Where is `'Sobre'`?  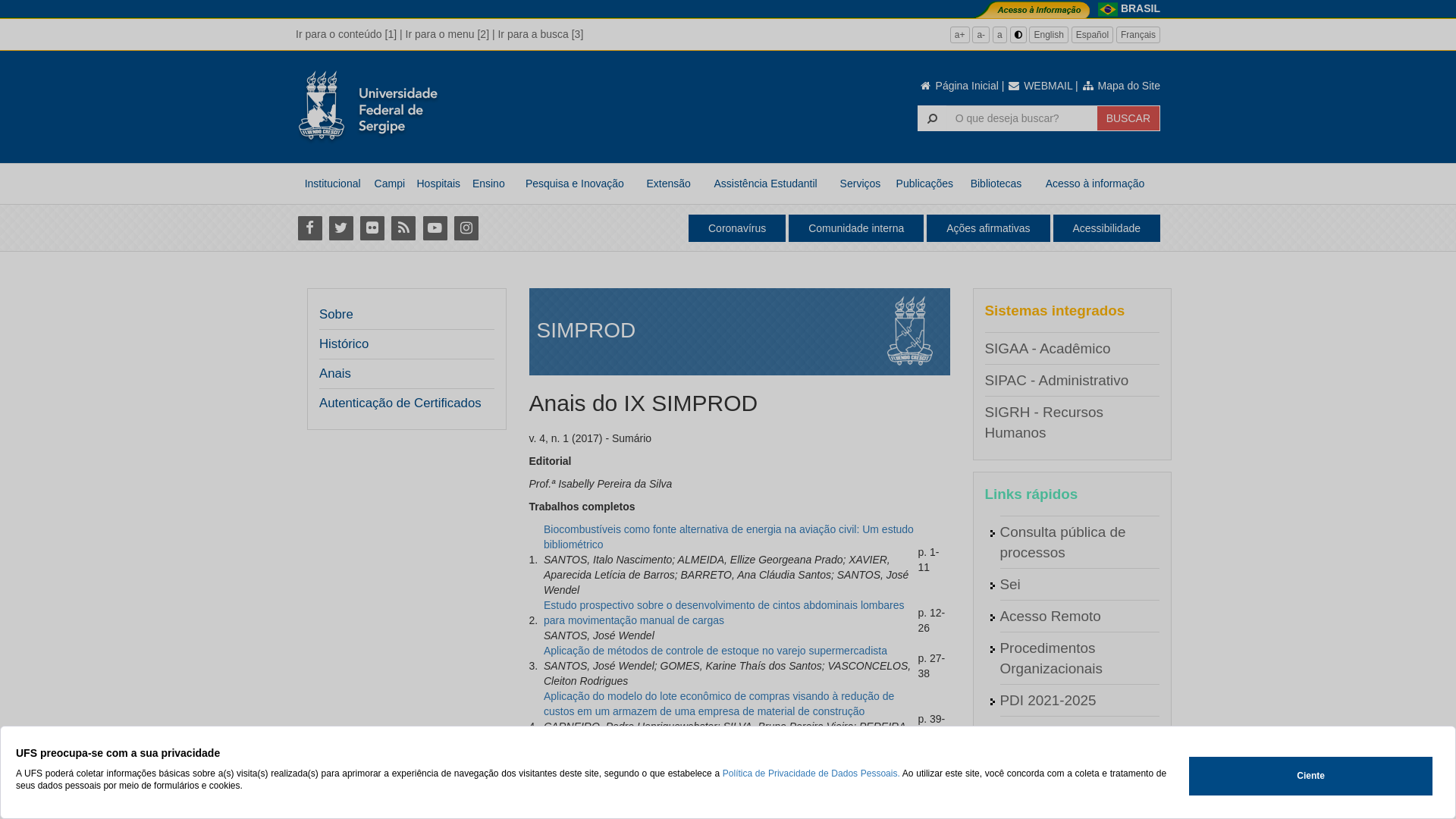 'Sobre' is located at coordinates (335, 314).